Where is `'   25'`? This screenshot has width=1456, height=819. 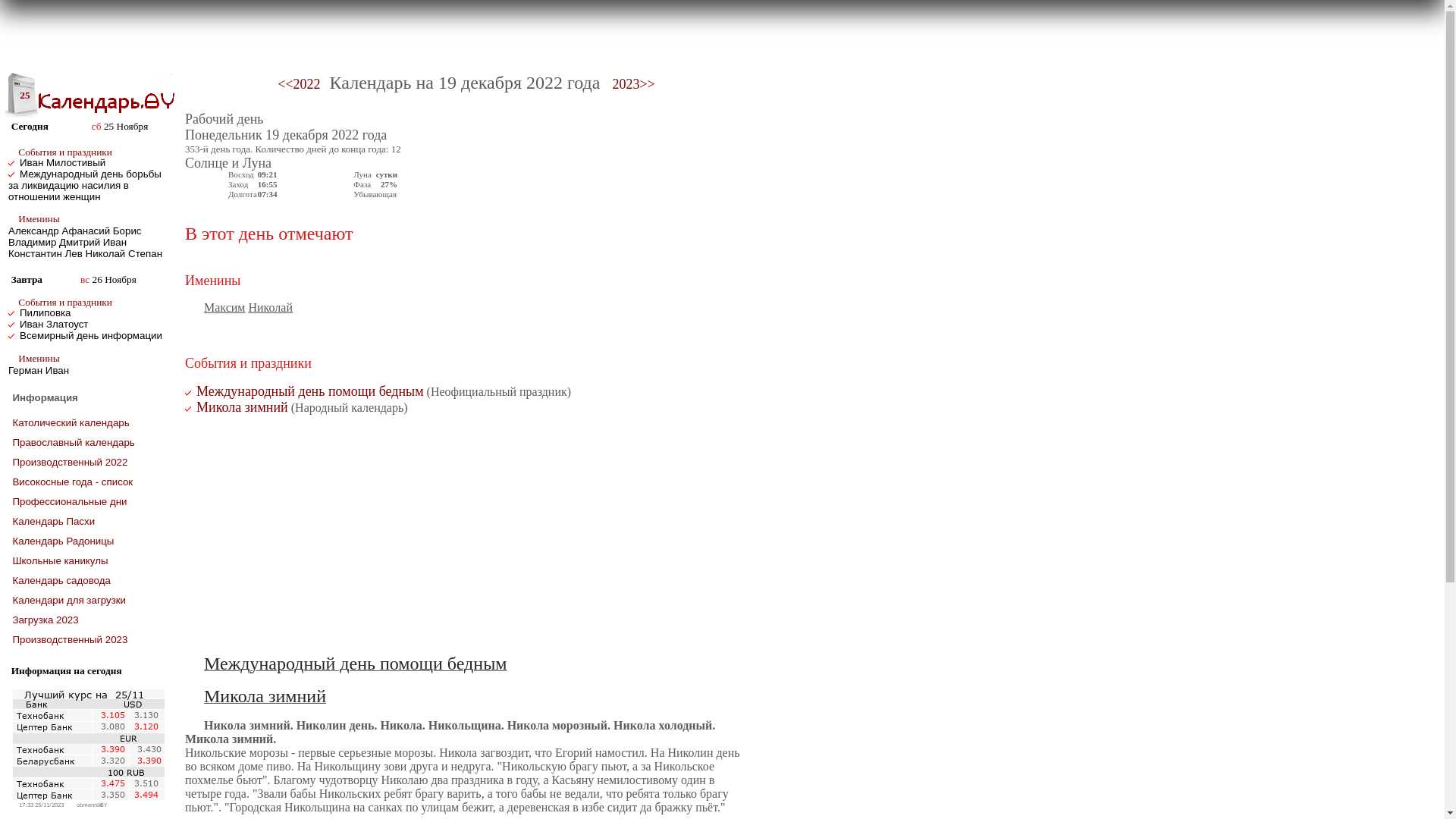 '   25' is located at coordinates (21, 96).